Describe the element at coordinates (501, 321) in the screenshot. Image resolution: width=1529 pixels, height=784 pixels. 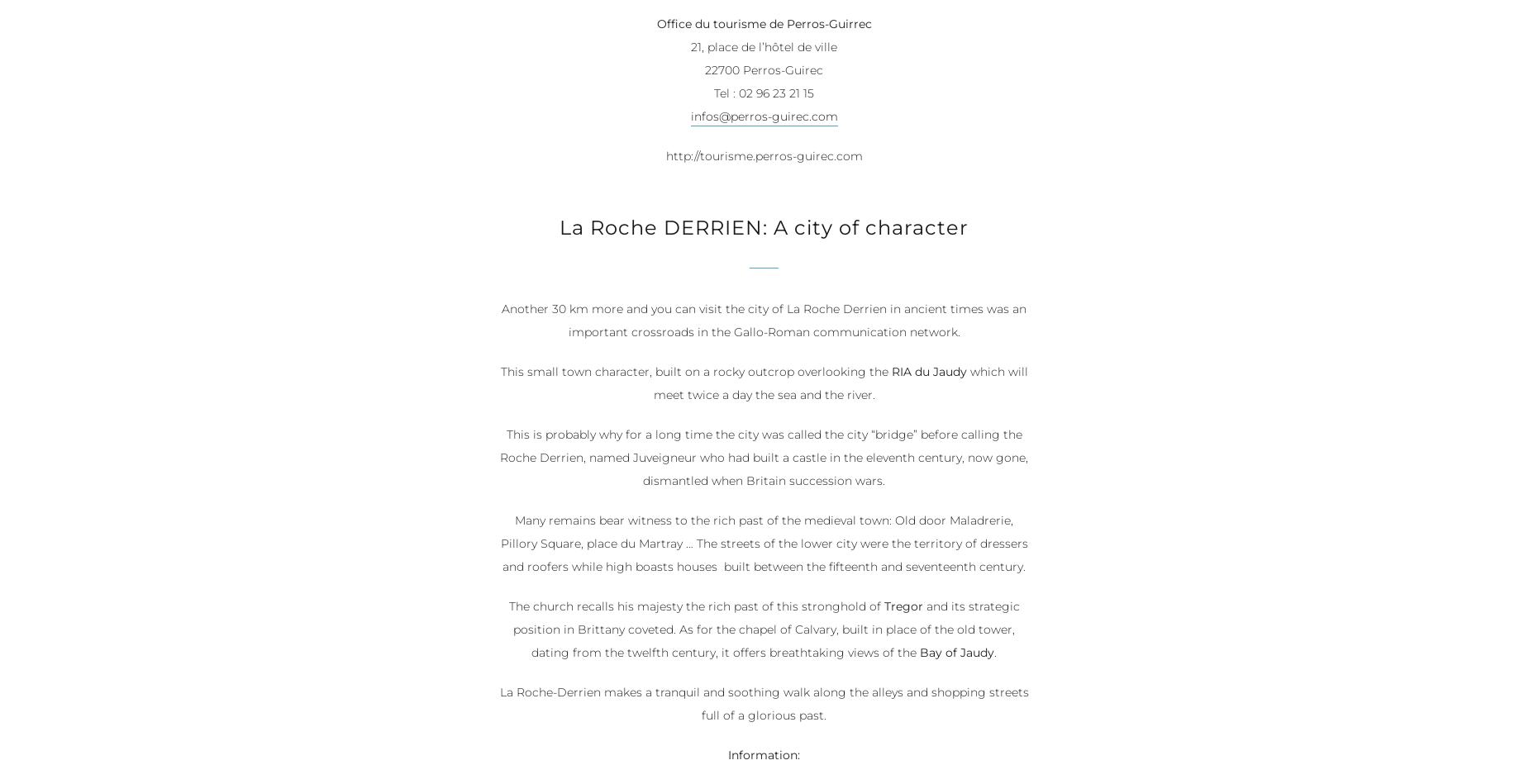
I see `'Another 30 km more and you can visit the city of La Roche Derrien in ancient times was an important crossroads in the Gallo-Roman communication network.'` at that location.